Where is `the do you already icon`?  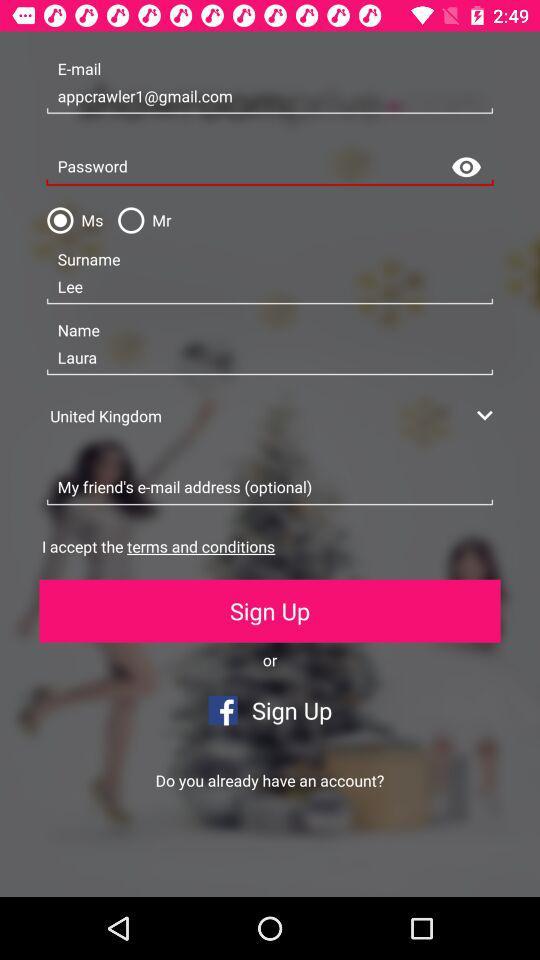
the do you already icon is located at coordinates (270, 779).